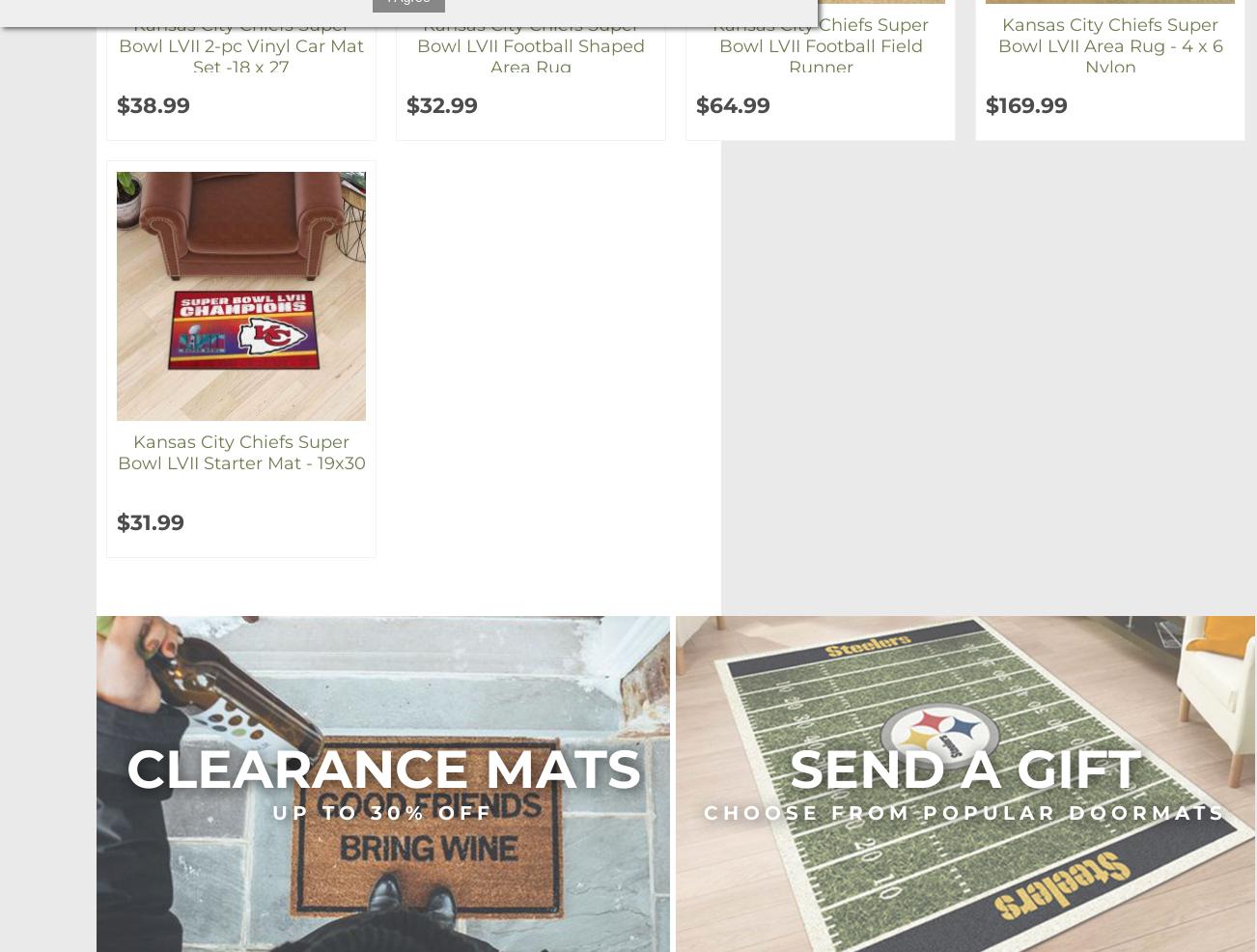  I want to click on 'Clearance Mats', so click(381, 769).